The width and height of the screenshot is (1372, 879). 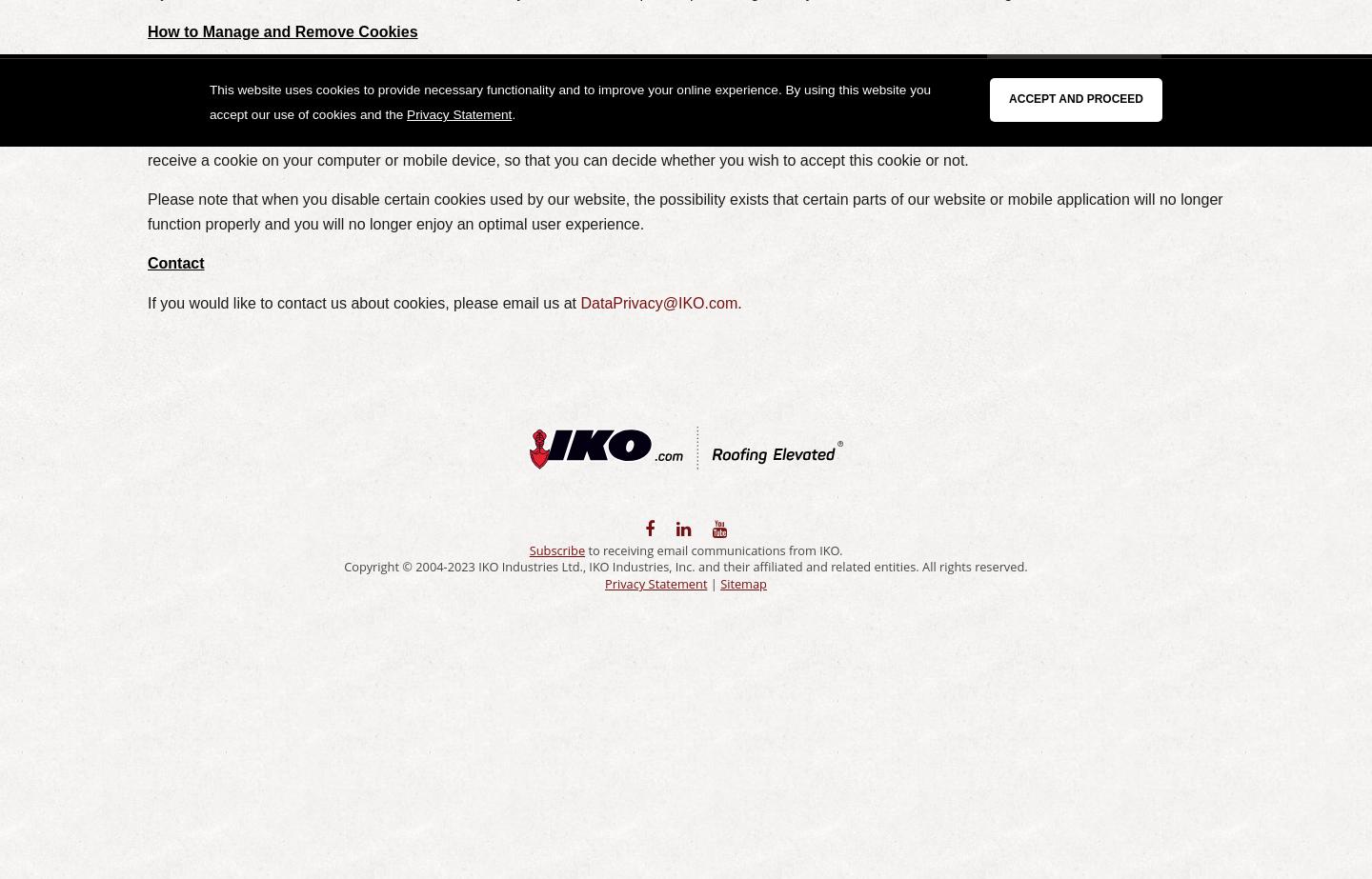 I want to click on 'Technical Info', so click(x=433, y=76).